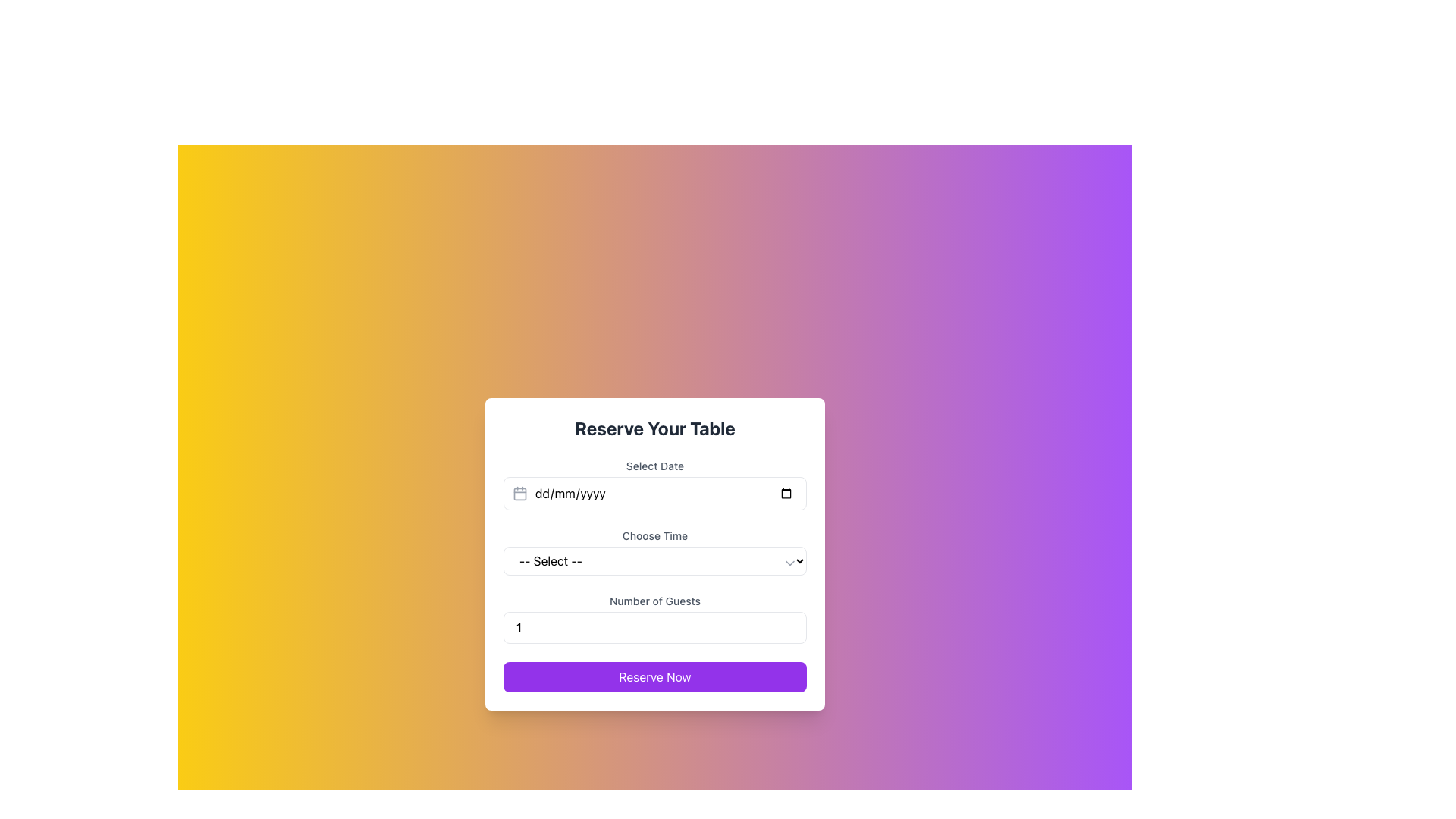 Image resolution: width=1456 pixels, height=819 pixels. Describe the element at coordinates (520, 494) in the screenshot. I see `the date selection icon located in the top left corner of the adjacent date input field to recognize its functionality` at that location.